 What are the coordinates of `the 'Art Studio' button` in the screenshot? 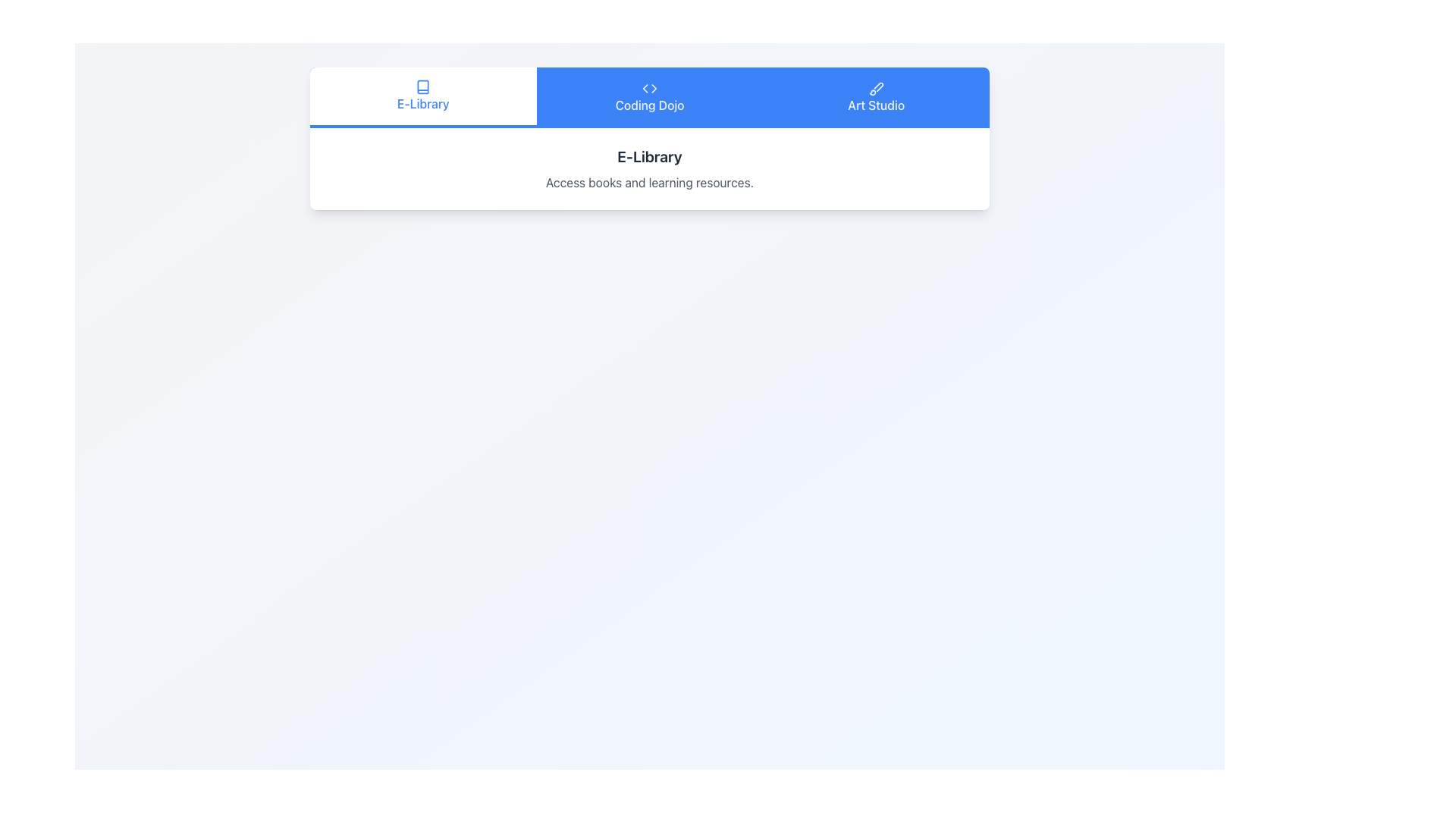 It's located at (876, 97).